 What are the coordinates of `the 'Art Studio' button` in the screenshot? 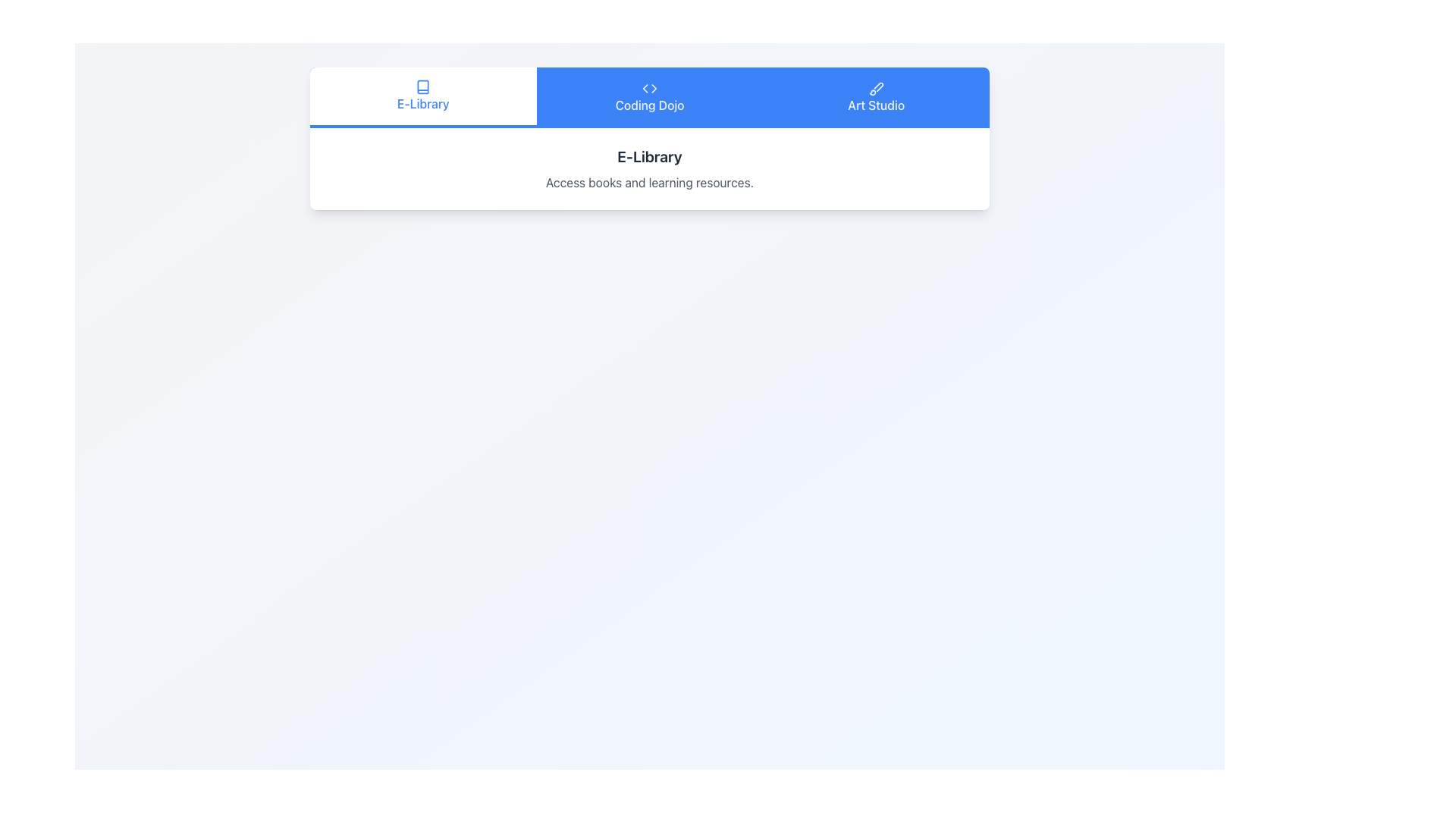 It's located at (876, 97).